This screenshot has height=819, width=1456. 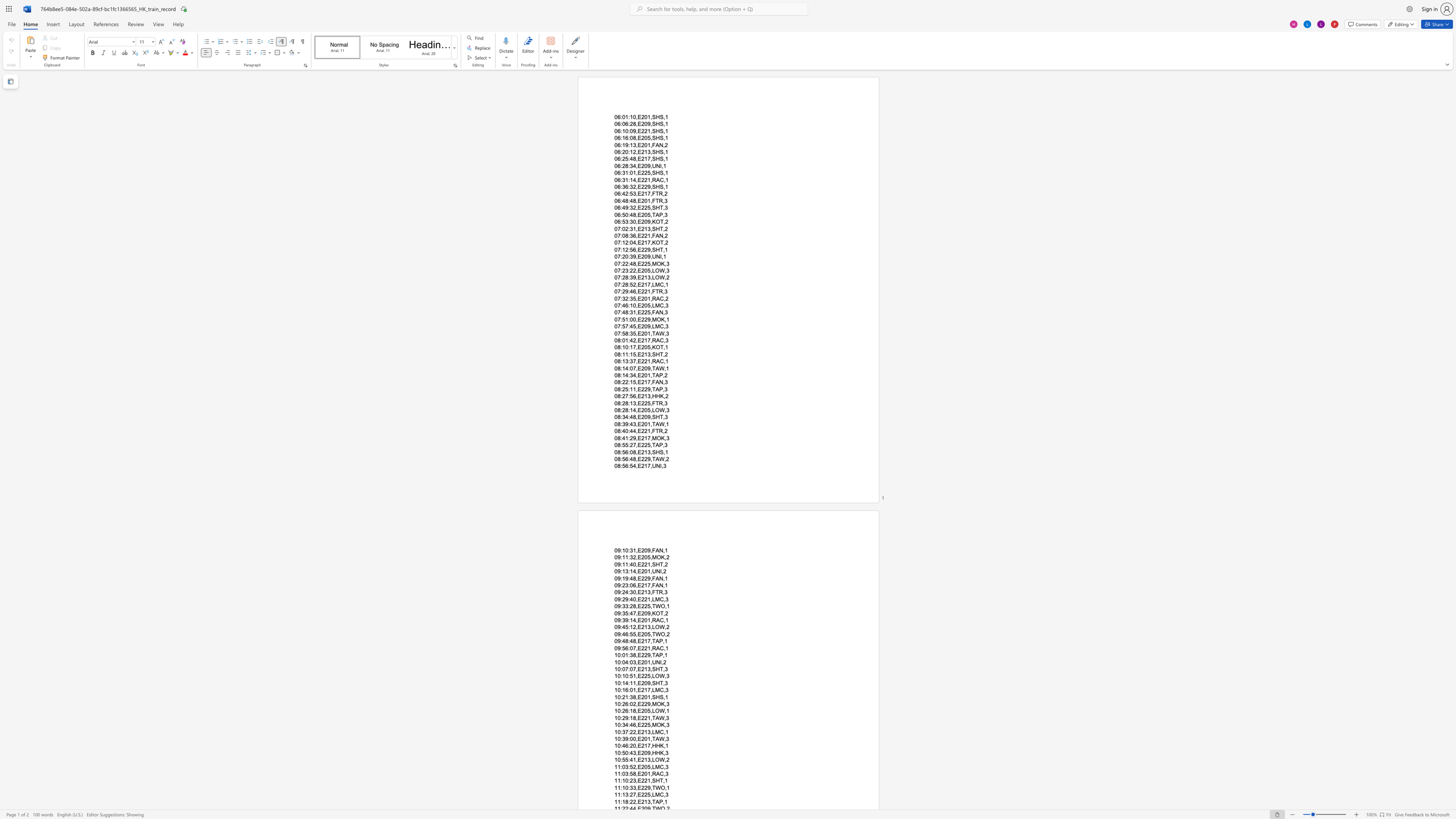 What do you see at coordinates (637, 235) in the screenshot?
I see `the subset text "E221," within the text "07:08:36,E221,FAN,2"` at bounding box center [637, 235].